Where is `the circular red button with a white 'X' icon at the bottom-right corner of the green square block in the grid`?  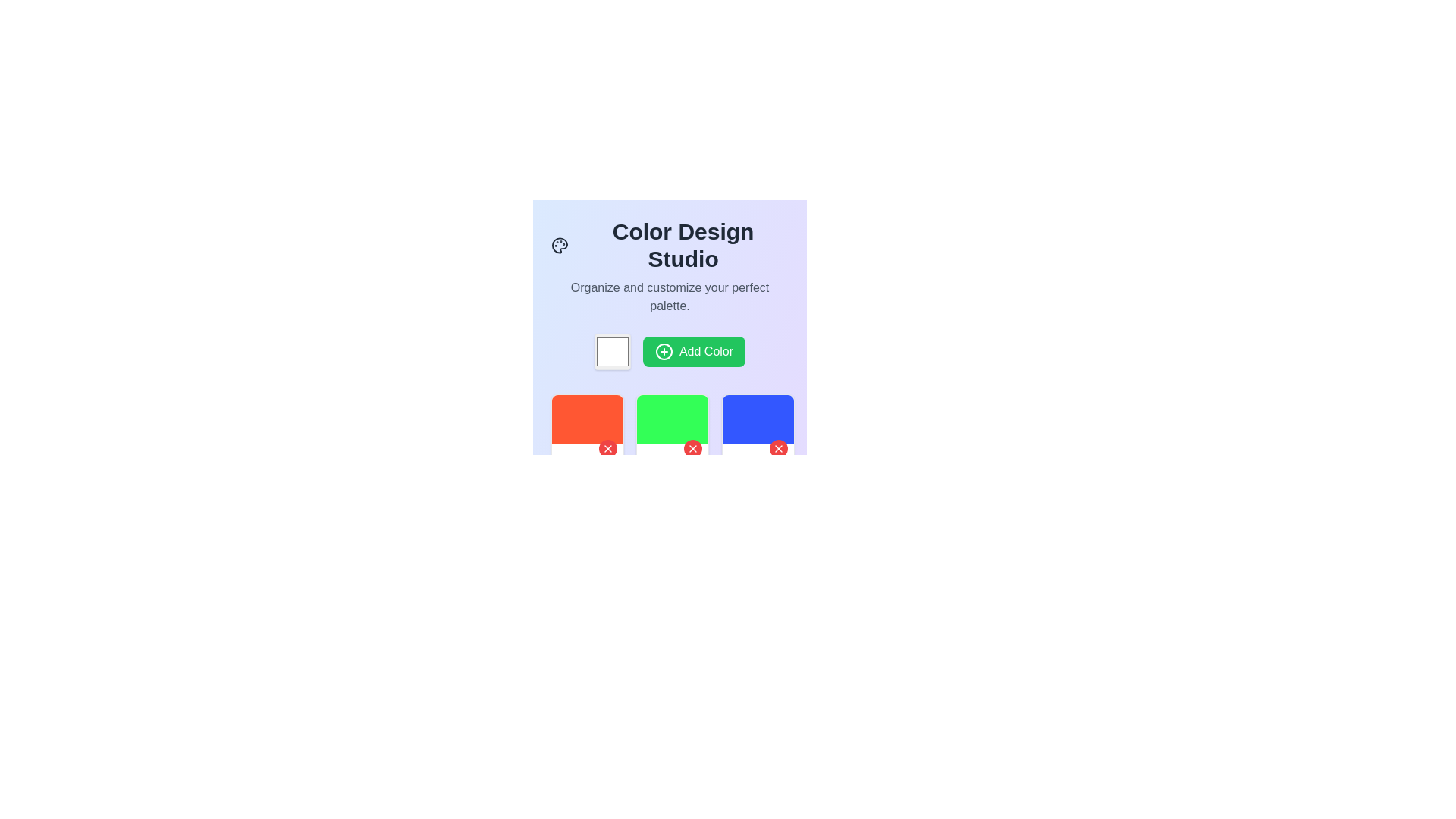
the circular red button with a white 'X' icon at the bottom-right corner of the green square block in the grid is located at coordinates (692, 449).